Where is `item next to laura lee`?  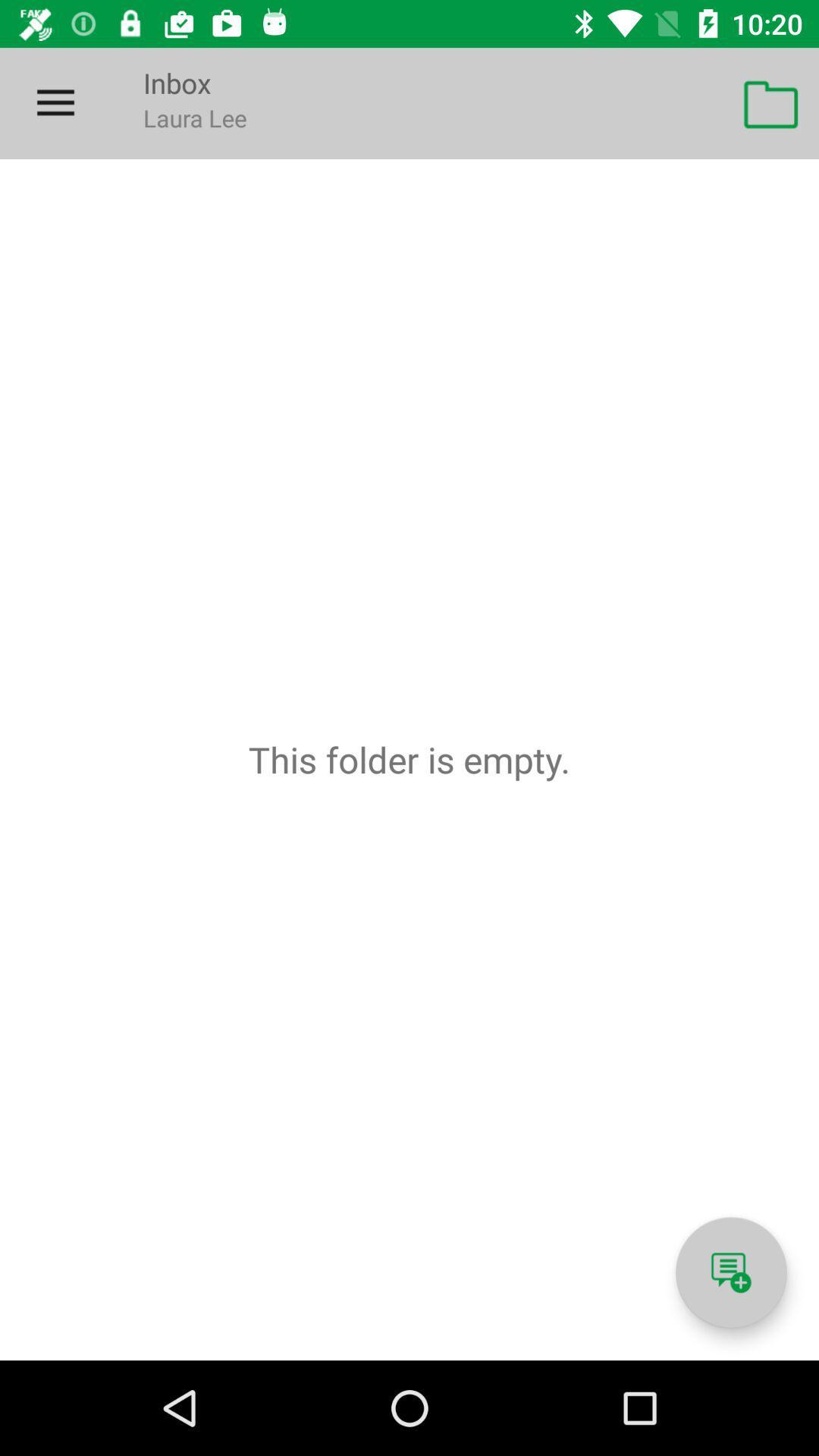 item next to laura lee is located at coordinates (771, 102).